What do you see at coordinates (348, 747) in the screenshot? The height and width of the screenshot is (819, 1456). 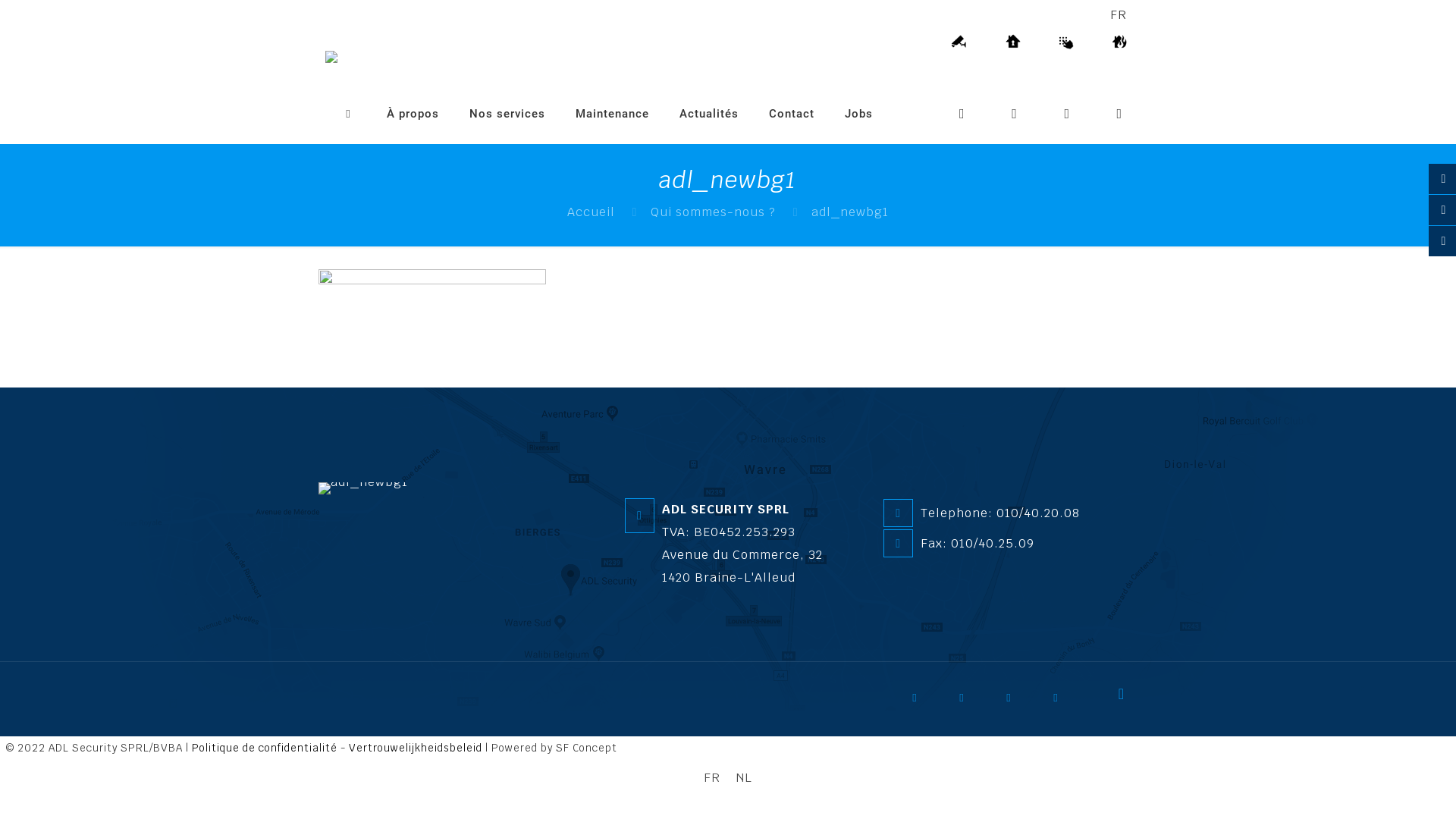 I see `'Vertrouwelijkheidsbeleid'` at bounding box center [348, 747].